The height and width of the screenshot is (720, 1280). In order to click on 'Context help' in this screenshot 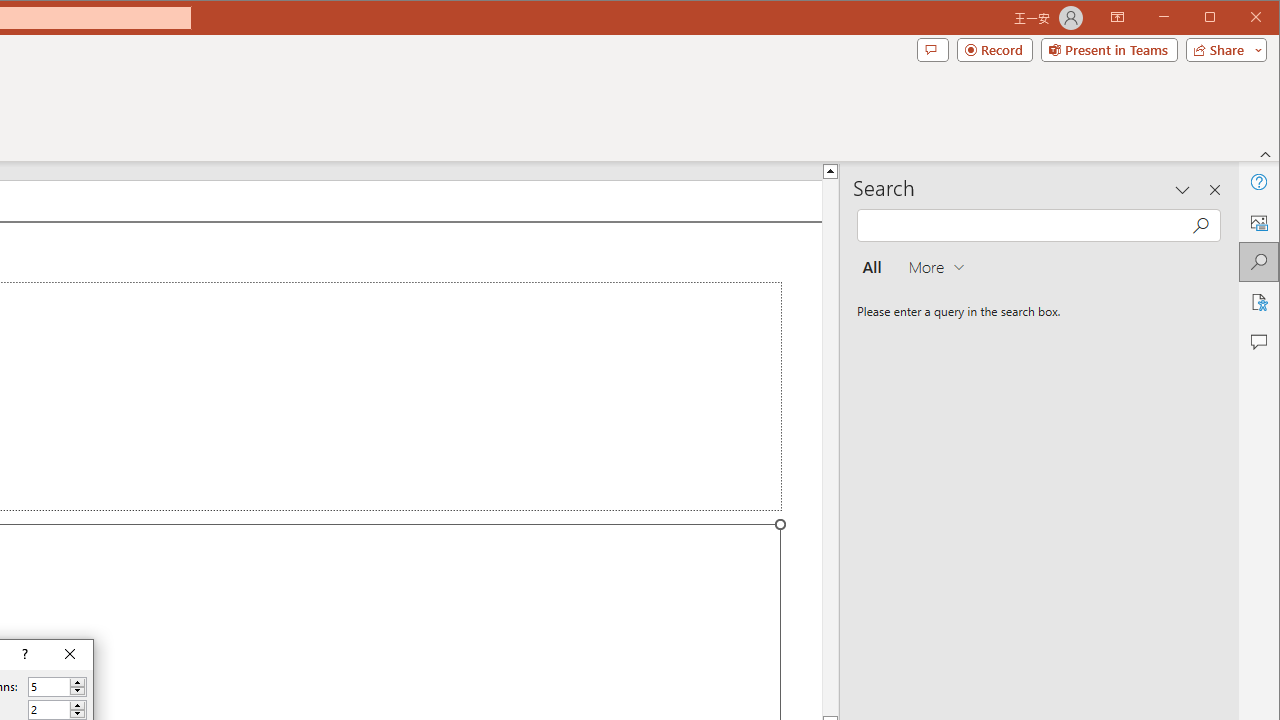, I will do `click(23, 655)`.